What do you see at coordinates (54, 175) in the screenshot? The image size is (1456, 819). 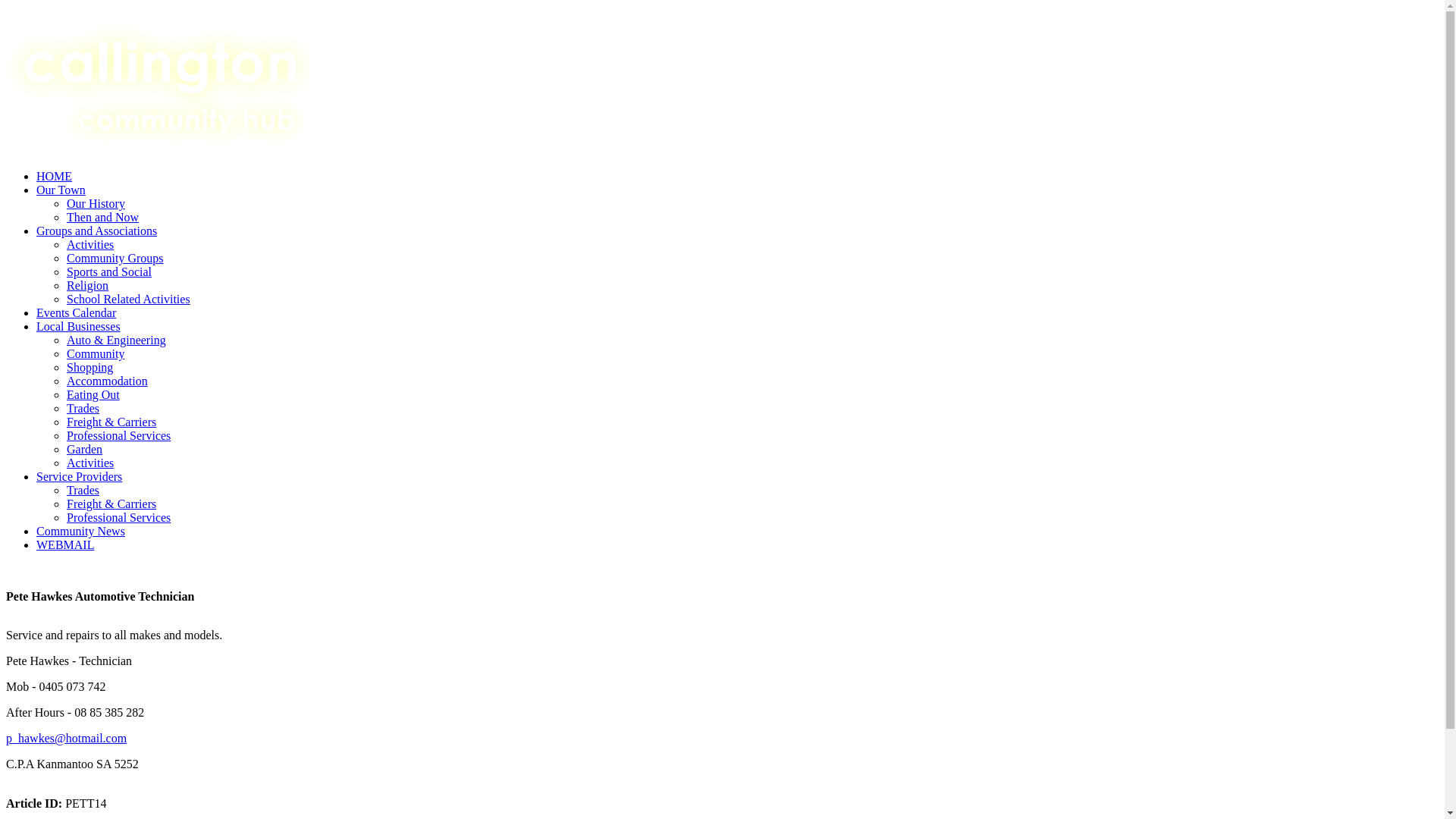 I see `'HOME'` at bounding box center [54, 175].